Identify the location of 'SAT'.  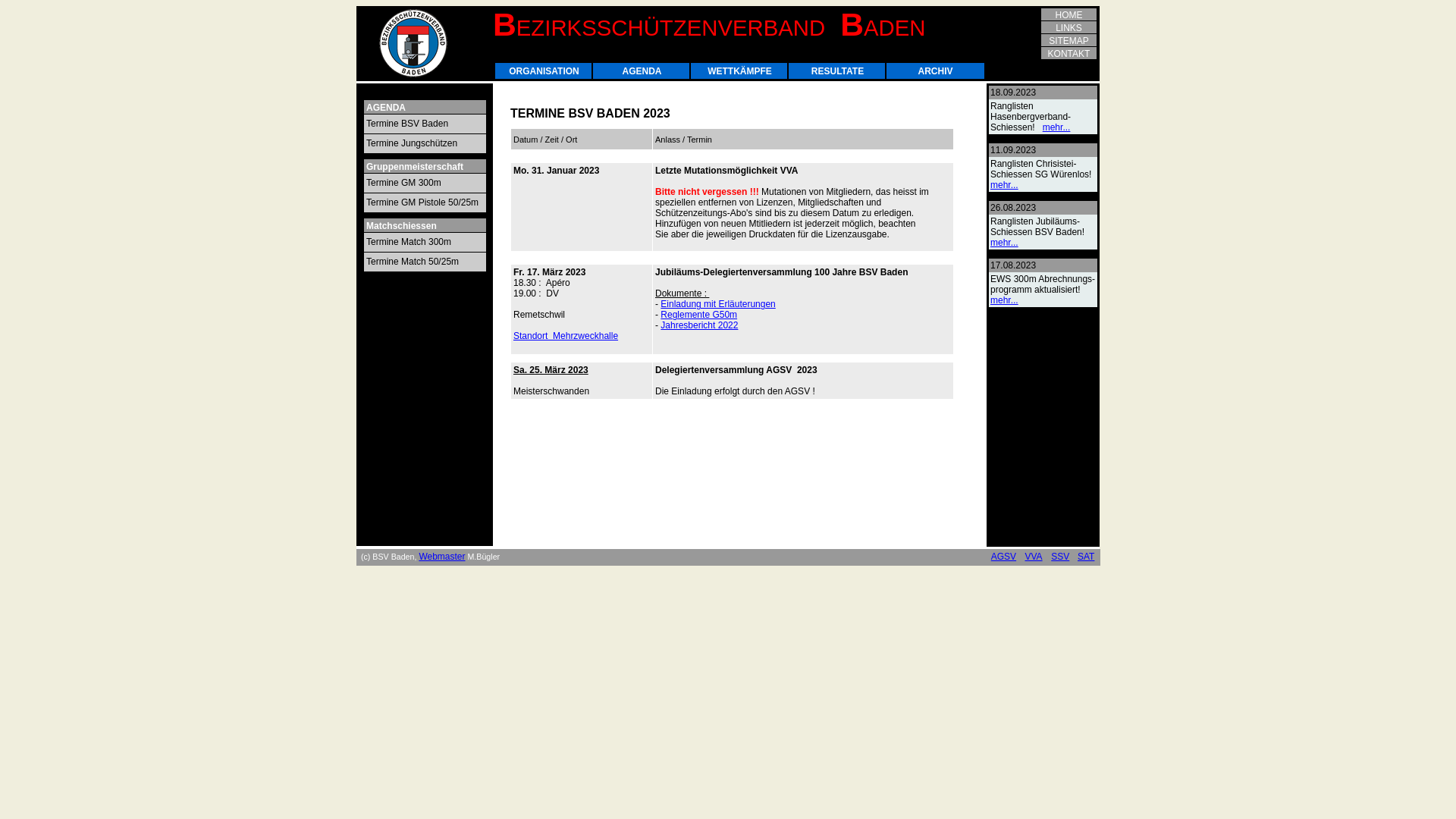
(1084, 556).